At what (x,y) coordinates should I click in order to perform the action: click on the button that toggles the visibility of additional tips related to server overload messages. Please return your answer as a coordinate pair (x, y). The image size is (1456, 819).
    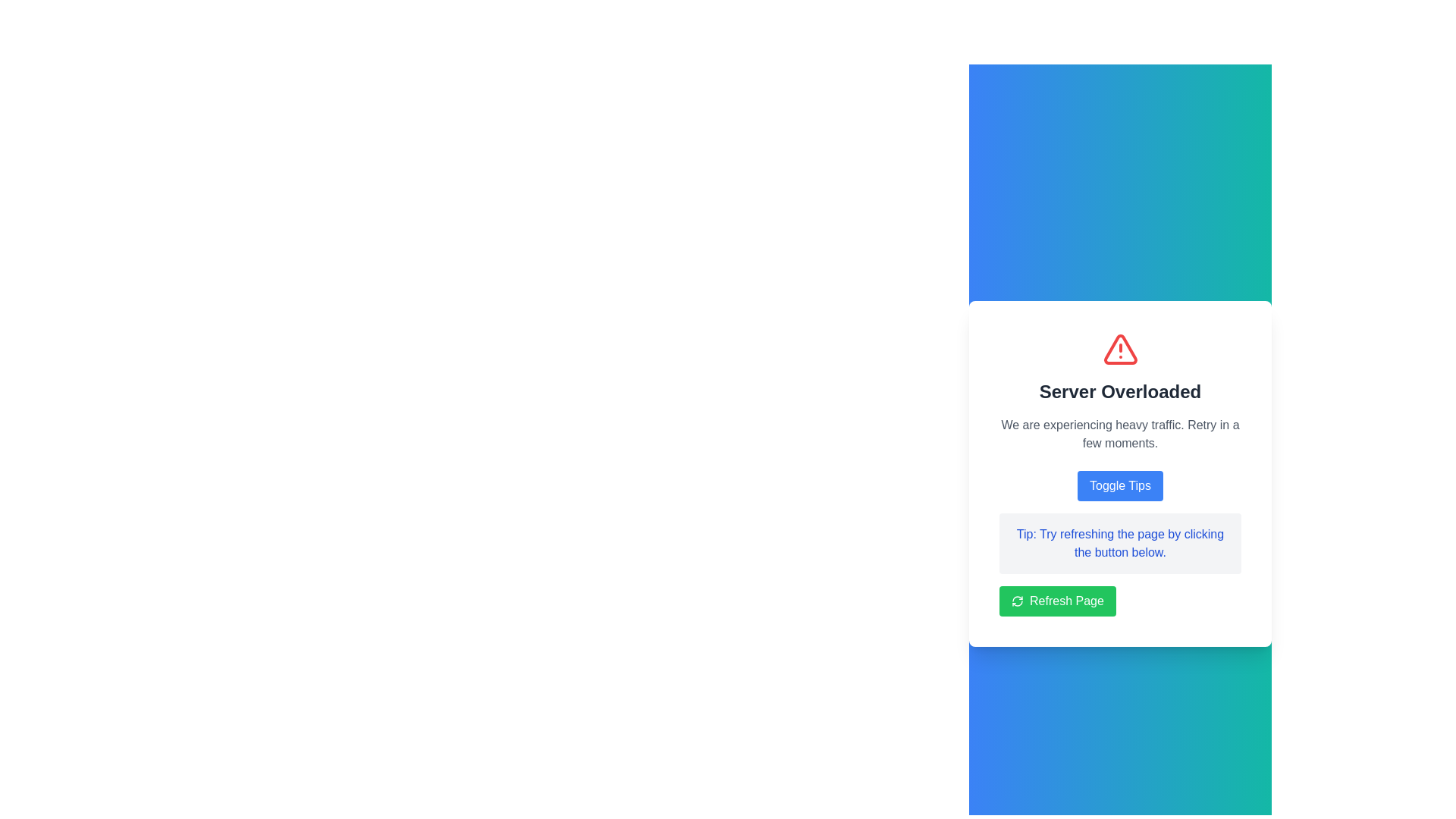
    Looking at the image, I should click on (1120, 485).